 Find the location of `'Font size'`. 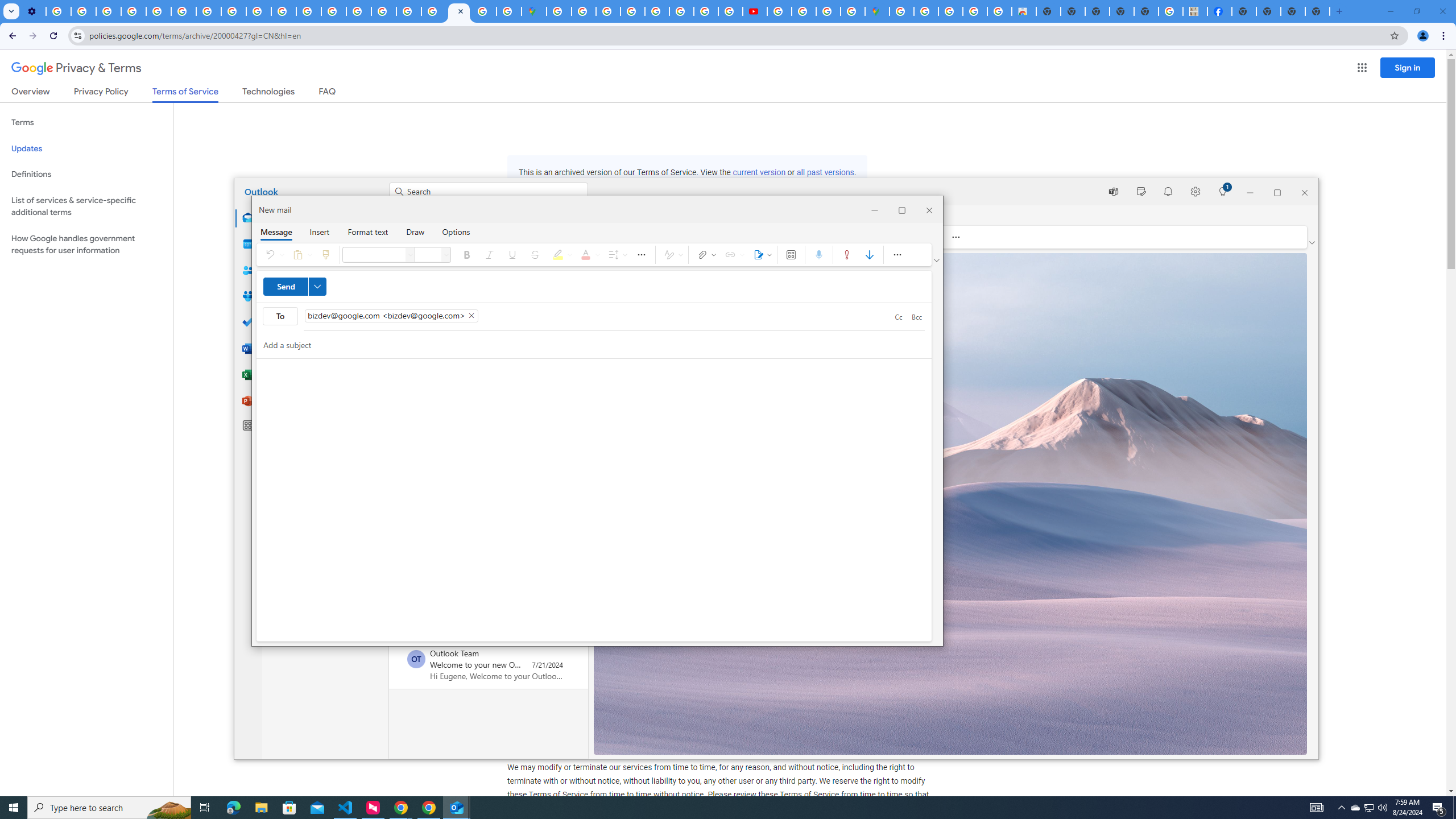

'Font size' is located at coordinates (446, 254).